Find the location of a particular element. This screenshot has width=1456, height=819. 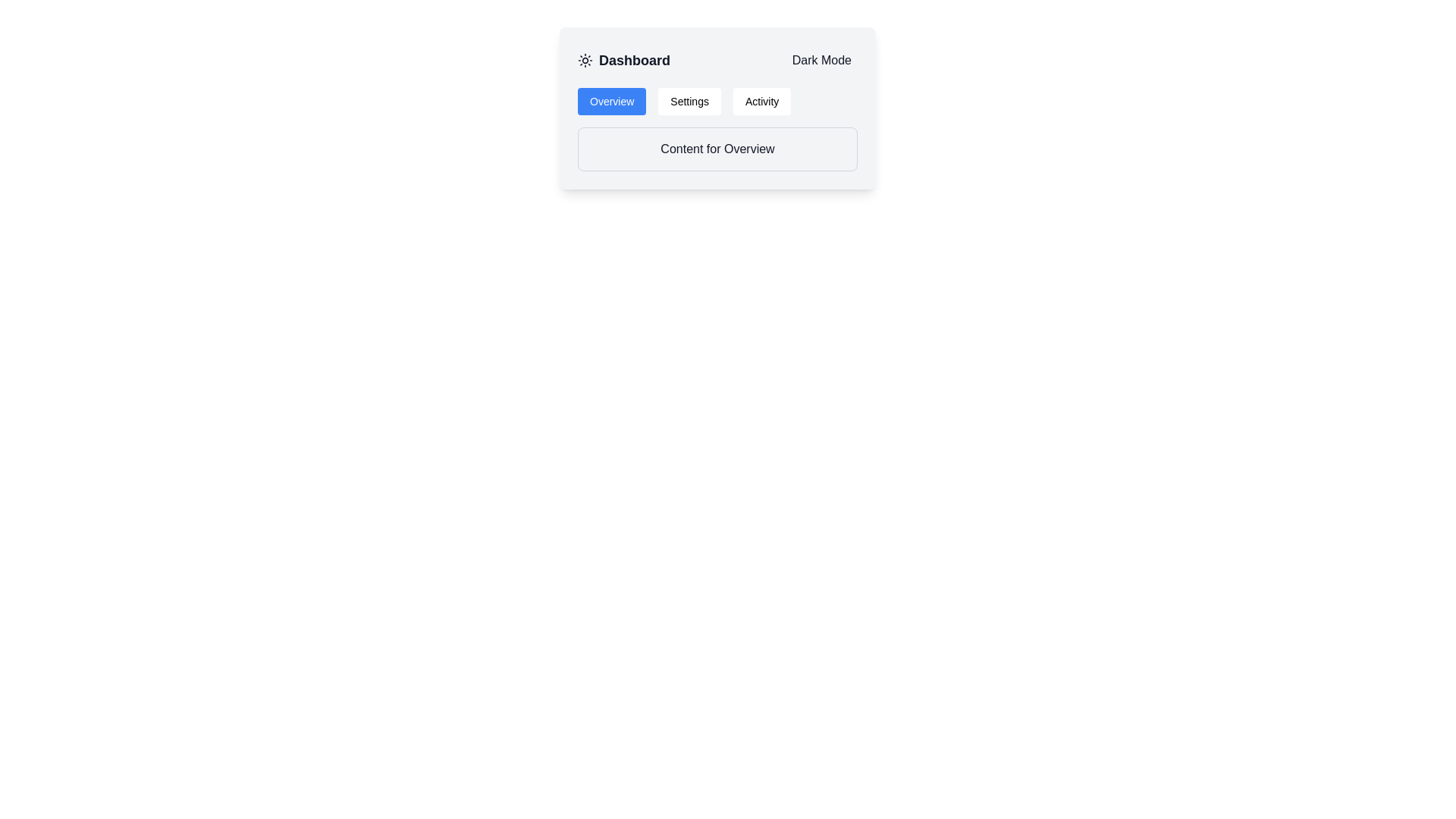

the 'Overview' navigation button located under the 'Dashboard' heading for keyboard navigation is located at coordinates (612, 102).